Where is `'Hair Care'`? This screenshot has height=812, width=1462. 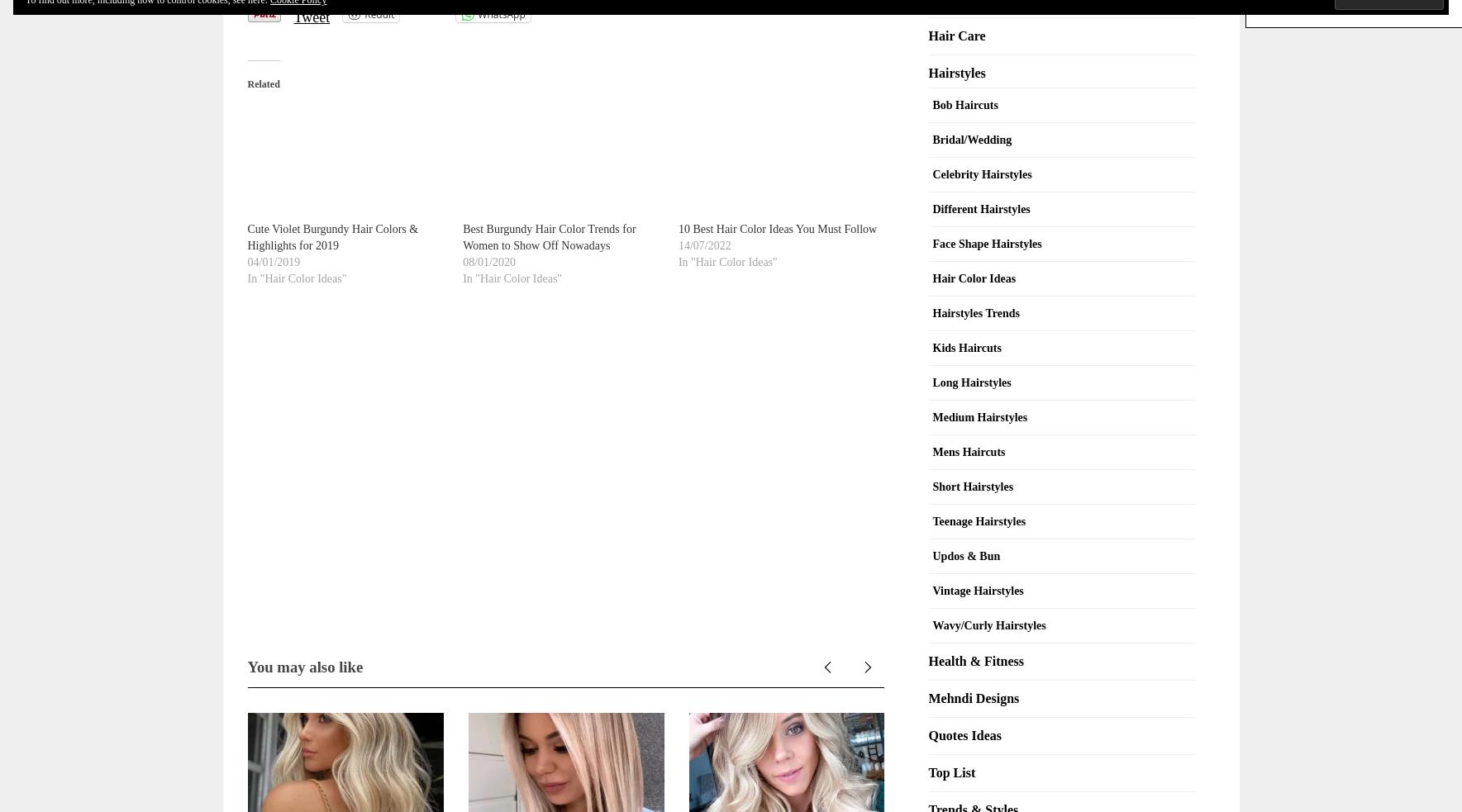 'Hair Care' is located at coordinates (955, 34).